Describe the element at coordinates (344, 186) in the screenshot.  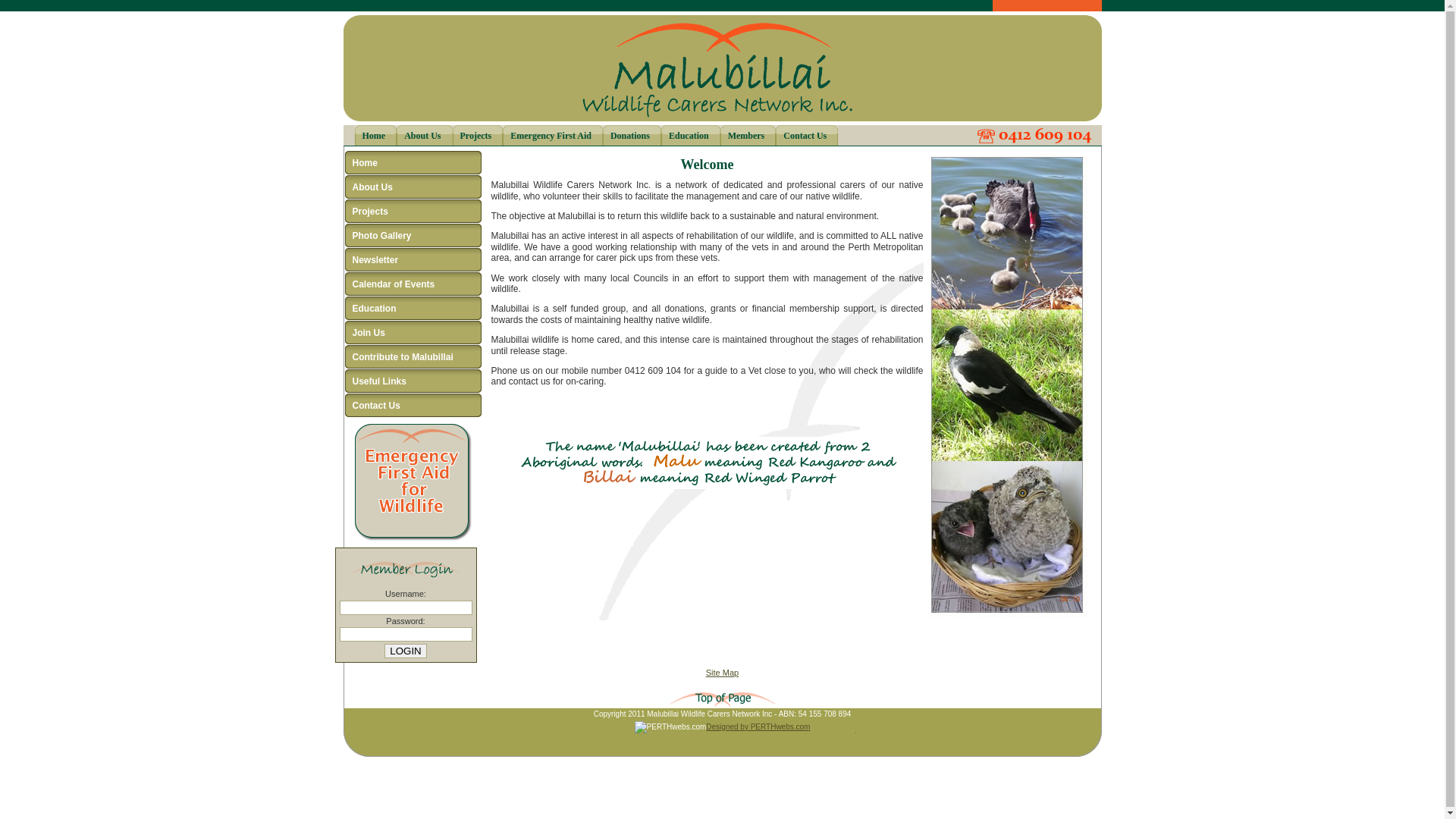
I see `'About Us'` at that location.